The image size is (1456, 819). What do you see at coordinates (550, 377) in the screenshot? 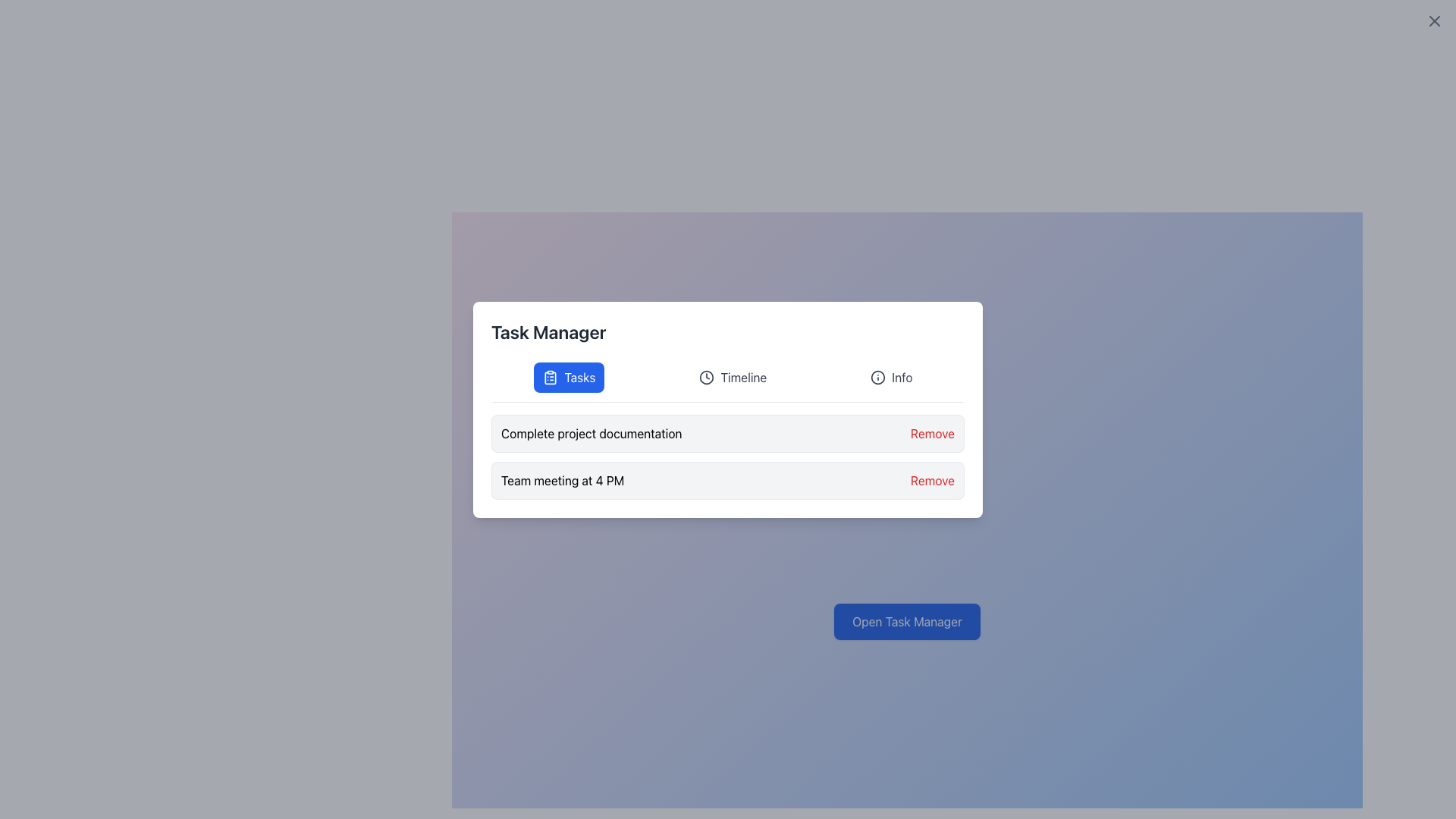
I see `the 'Tasks' tab vector icon located at the top left of the 'Task Manager' card, which visually represents the 'Tasks' tab` at bounding box center [550, 377].